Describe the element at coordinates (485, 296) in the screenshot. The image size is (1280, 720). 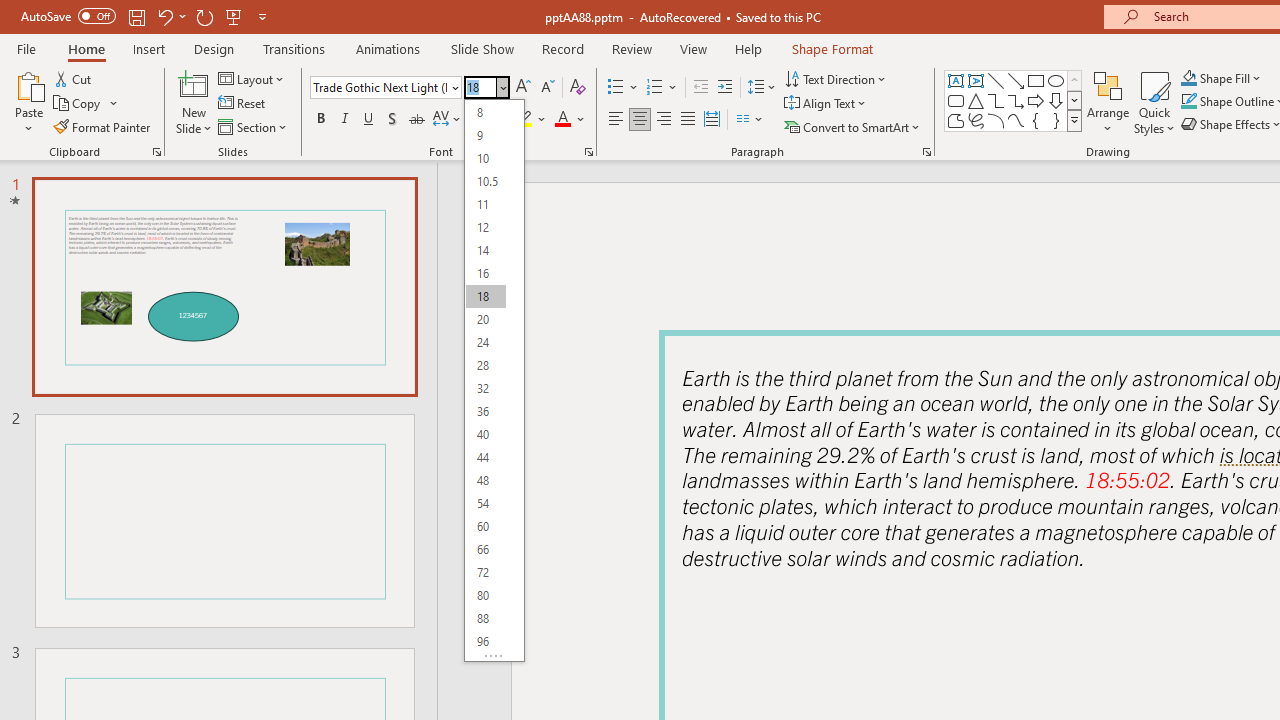
I see `'18'` at that location.